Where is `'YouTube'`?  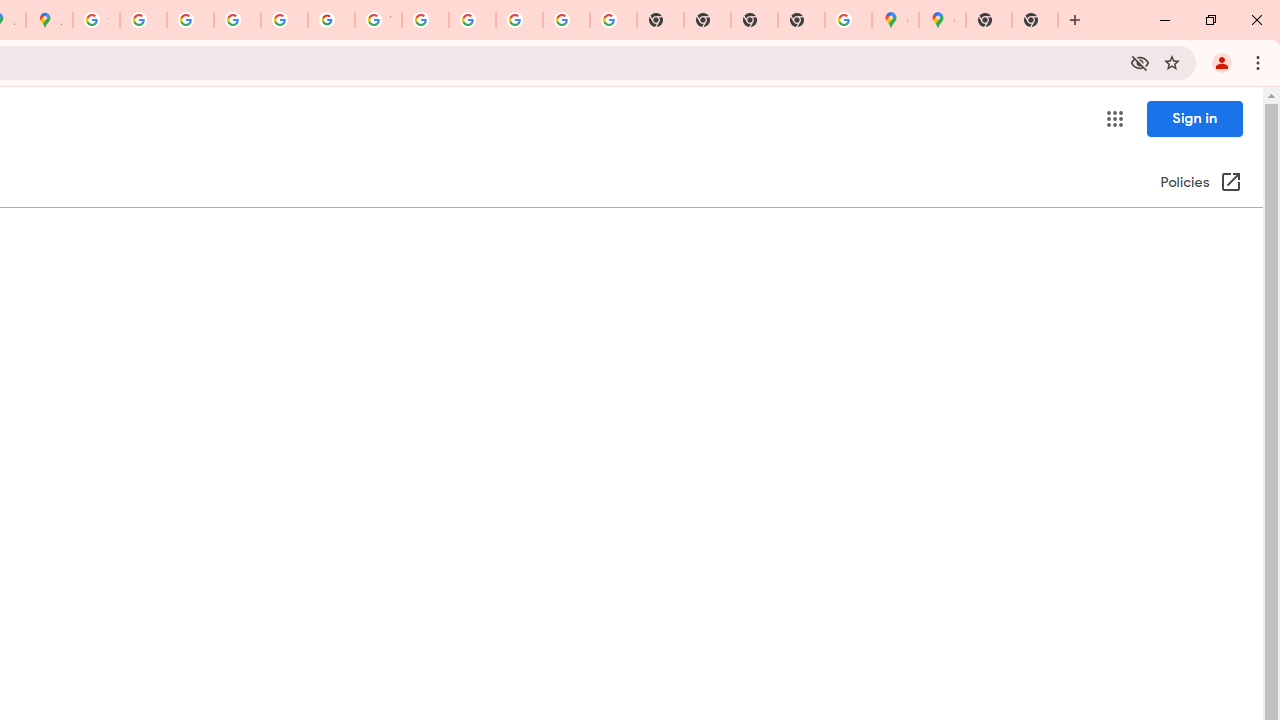
'YouTube' is located at coordinates (378, 20).